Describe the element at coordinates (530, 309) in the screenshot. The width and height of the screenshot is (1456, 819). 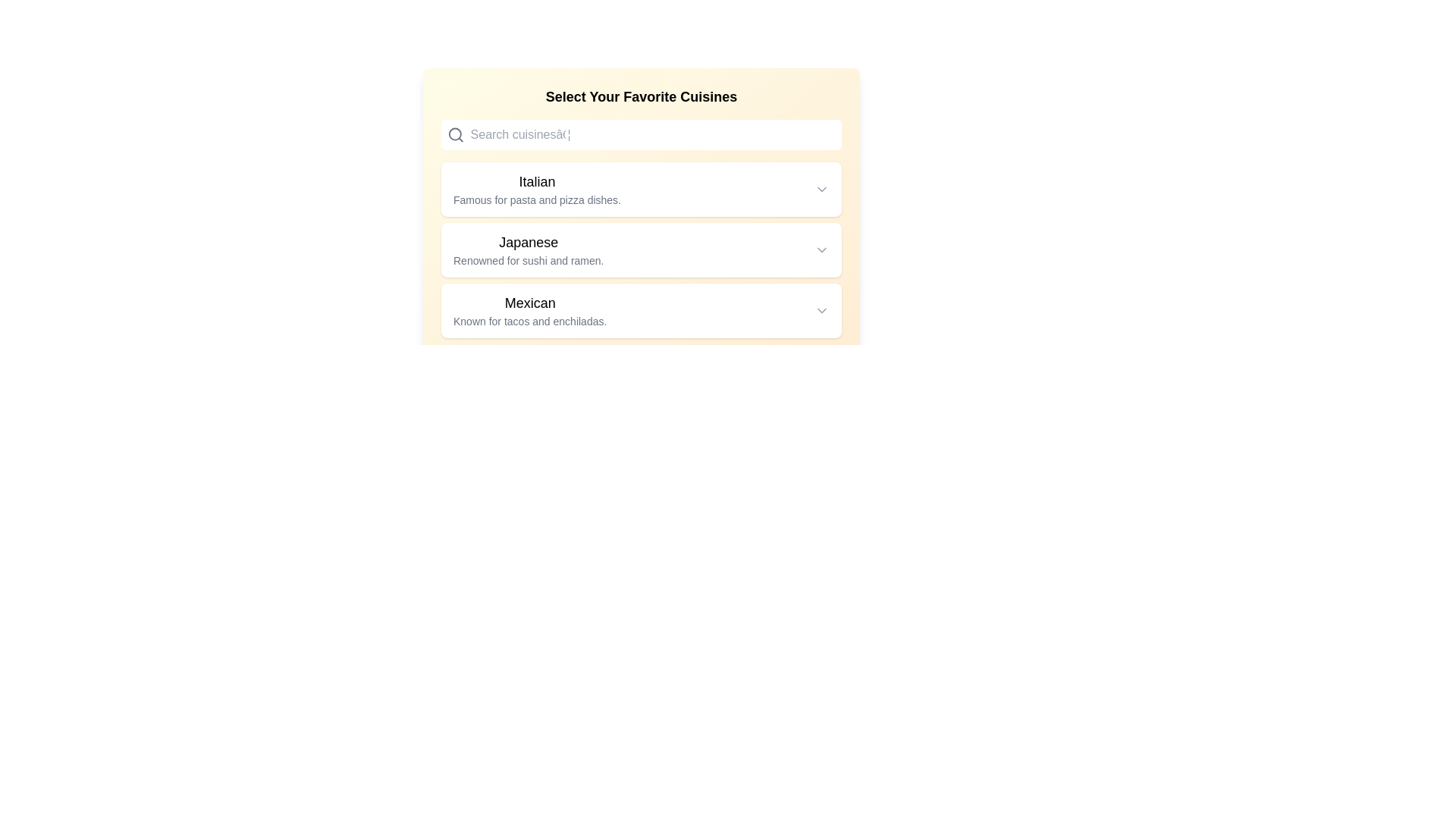
I see `the text block labeled 'Mexican', which features a bold title and a smaller subtitle, located` at that location.